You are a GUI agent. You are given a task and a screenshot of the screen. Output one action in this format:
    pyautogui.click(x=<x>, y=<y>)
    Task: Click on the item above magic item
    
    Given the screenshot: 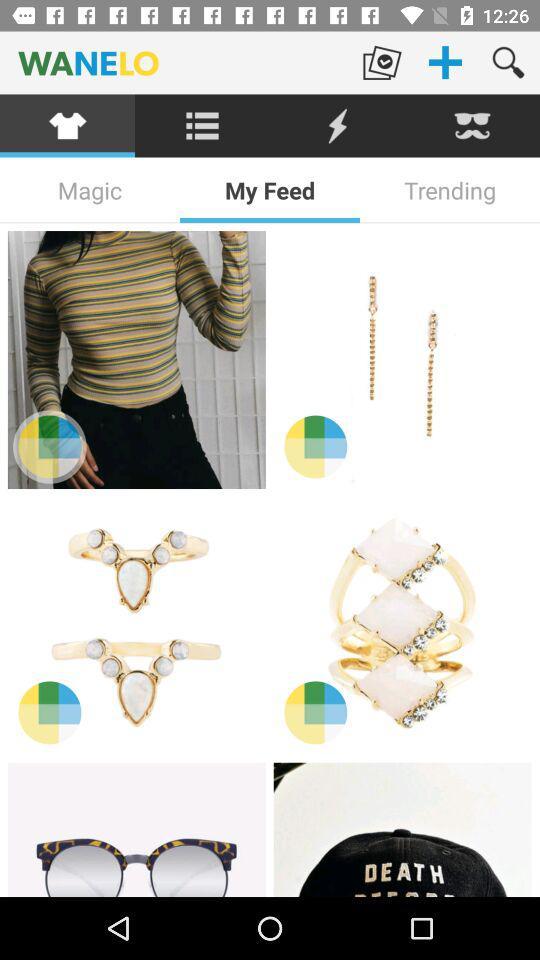 What is the action you would take?
    pyautogui.click(x=202, y=125)
    